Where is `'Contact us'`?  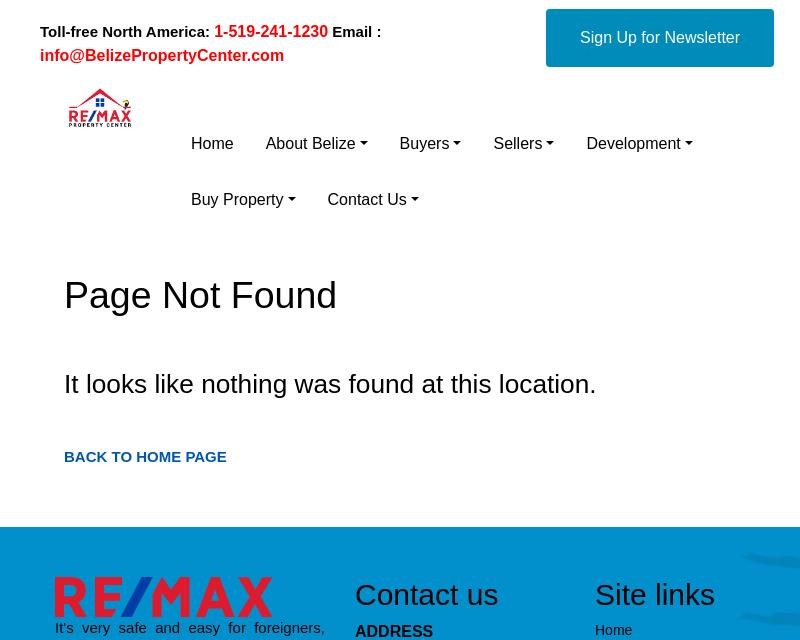 'Contact us' is located at coordinates (426, 592).